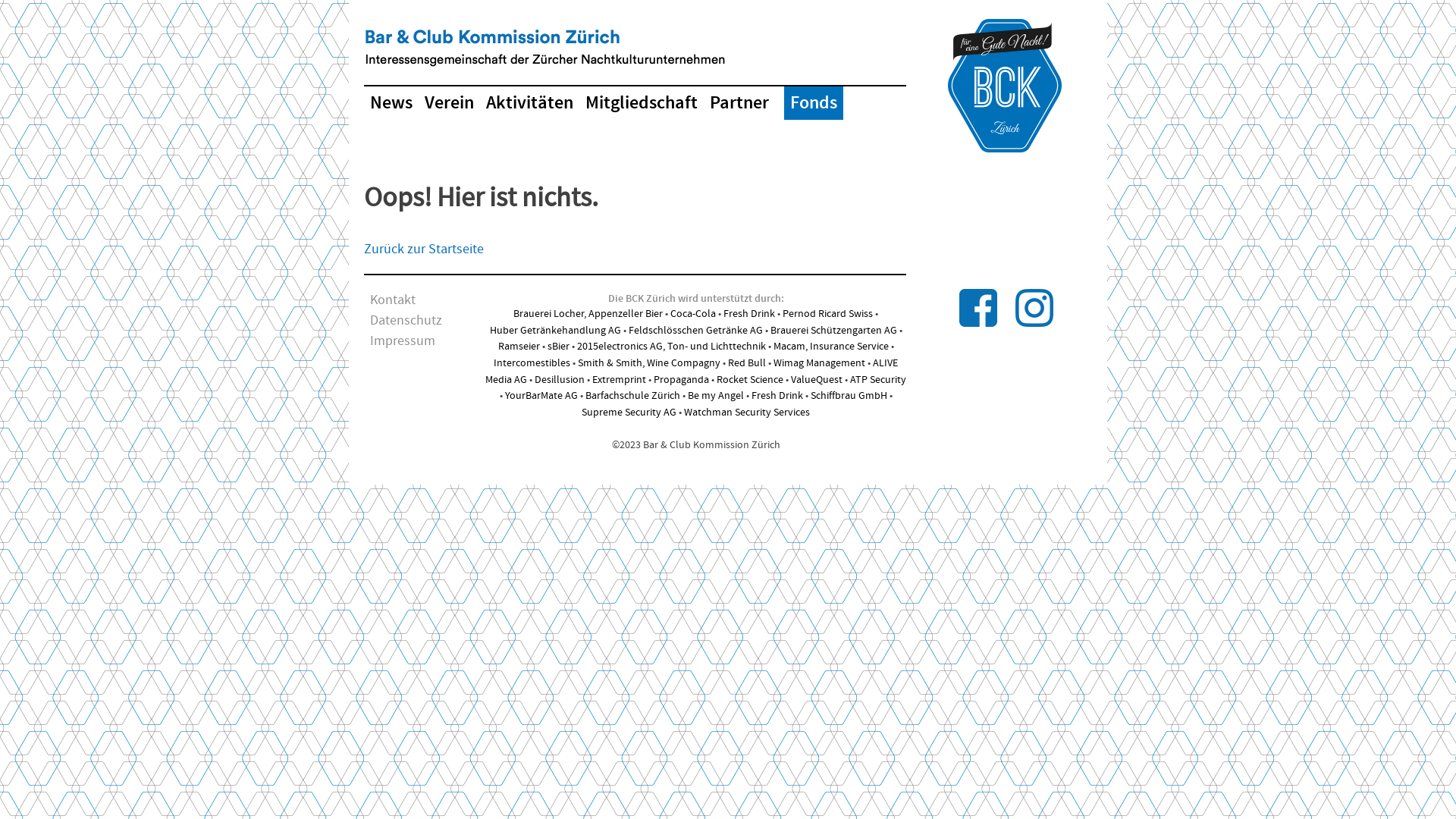  What do you see at coordinates (619, 379) in the screenshot?
I see `'Extremprint'` at bounding box center [619, 379].